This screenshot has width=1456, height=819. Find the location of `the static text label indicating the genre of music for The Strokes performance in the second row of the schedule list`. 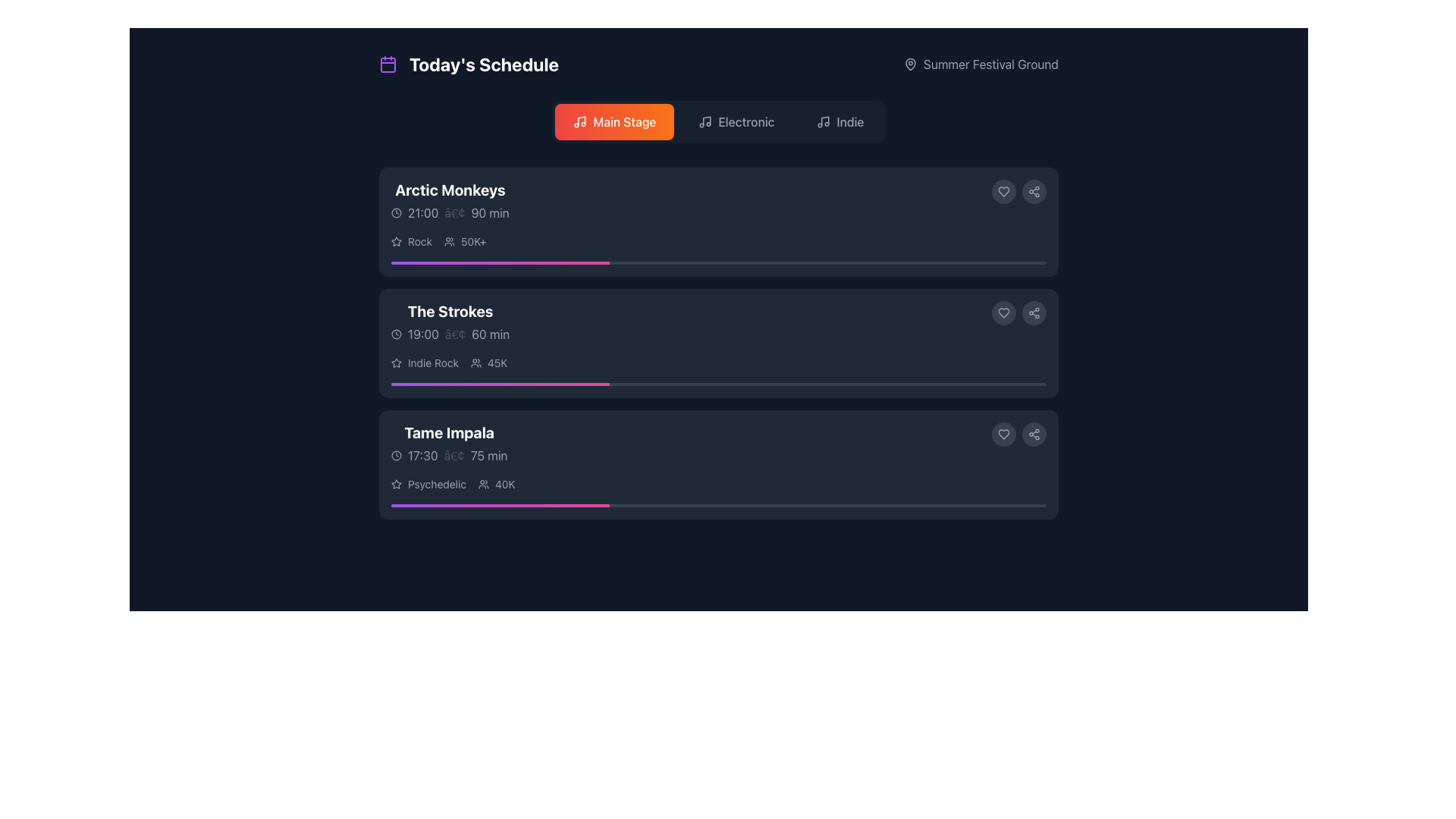

the static text label indicating the genre of music for The Strokes performance in the second row of the schedule list is located at coordinates (432, 362).